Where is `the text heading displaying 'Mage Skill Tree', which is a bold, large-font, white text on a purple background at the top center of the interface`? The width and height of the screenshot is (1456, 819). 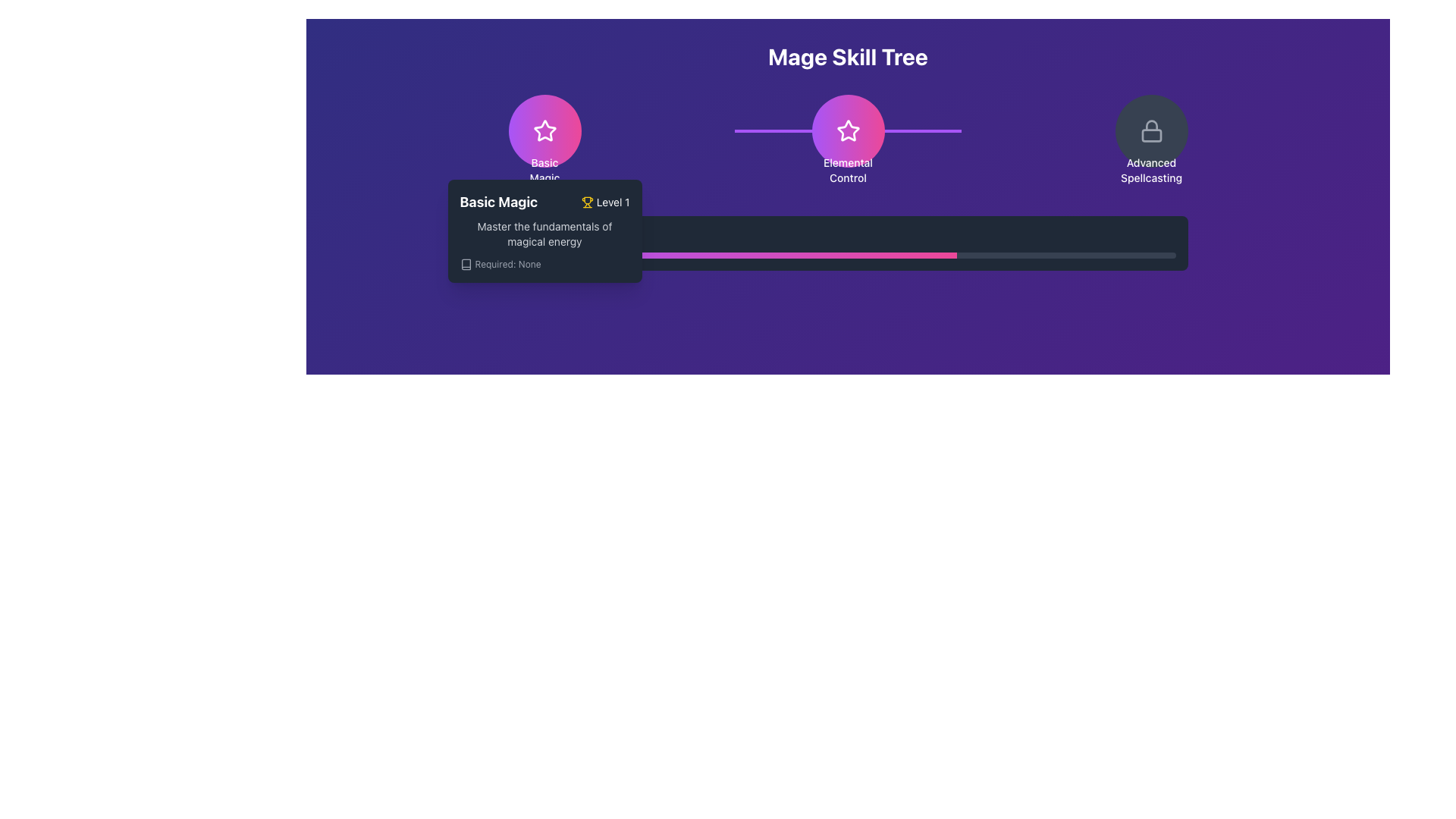 the text heading displaying 'Mage Skill Tree', which is a bold, large-font, white text on a purple background at the top center of the interface is located at coordinates (847, 55).